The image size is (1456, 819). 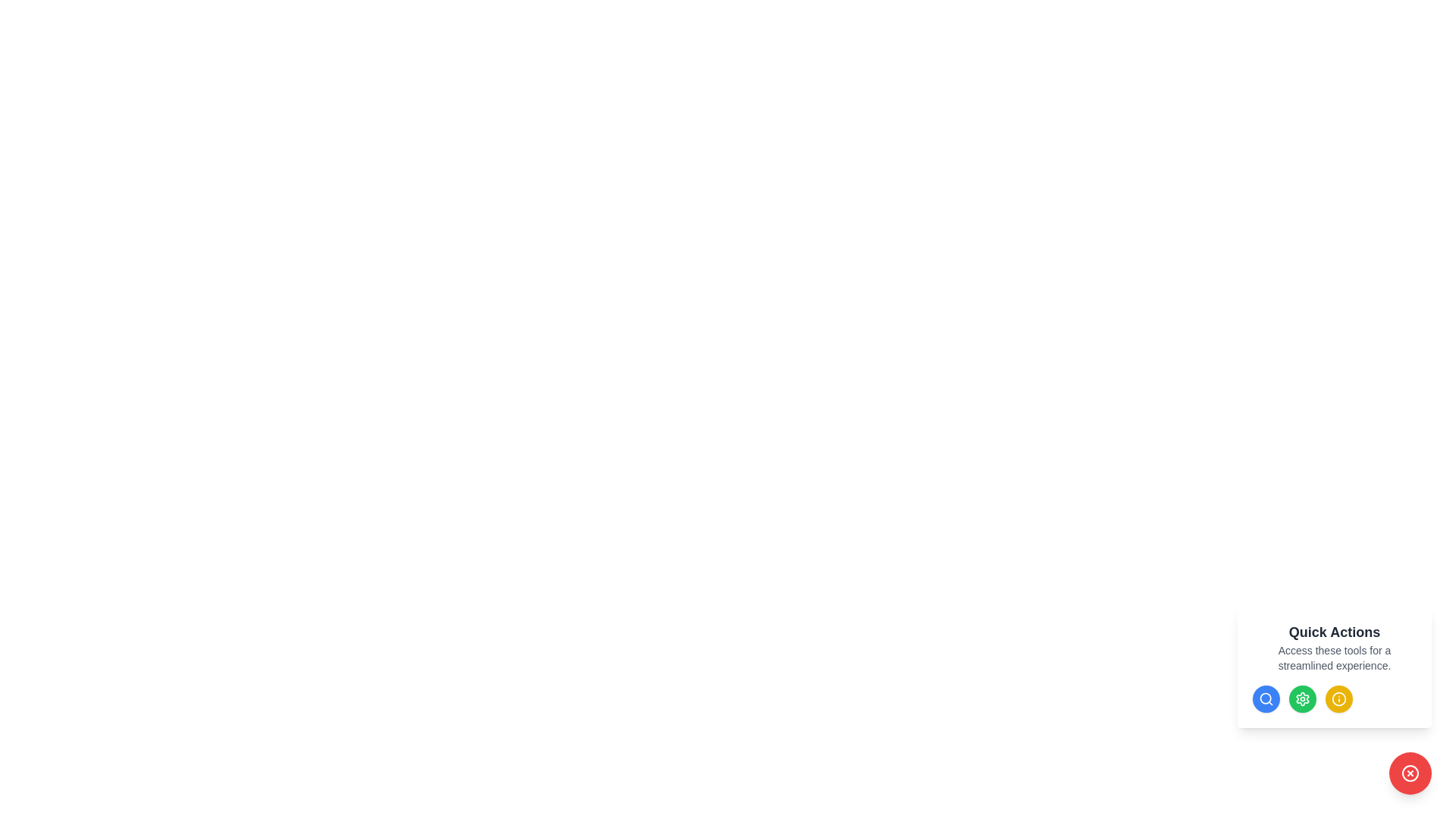 I want to click on the heading text that introduces the 'Quick Actions' feature, located at the top of the card section, so click(x=1335, y=632).